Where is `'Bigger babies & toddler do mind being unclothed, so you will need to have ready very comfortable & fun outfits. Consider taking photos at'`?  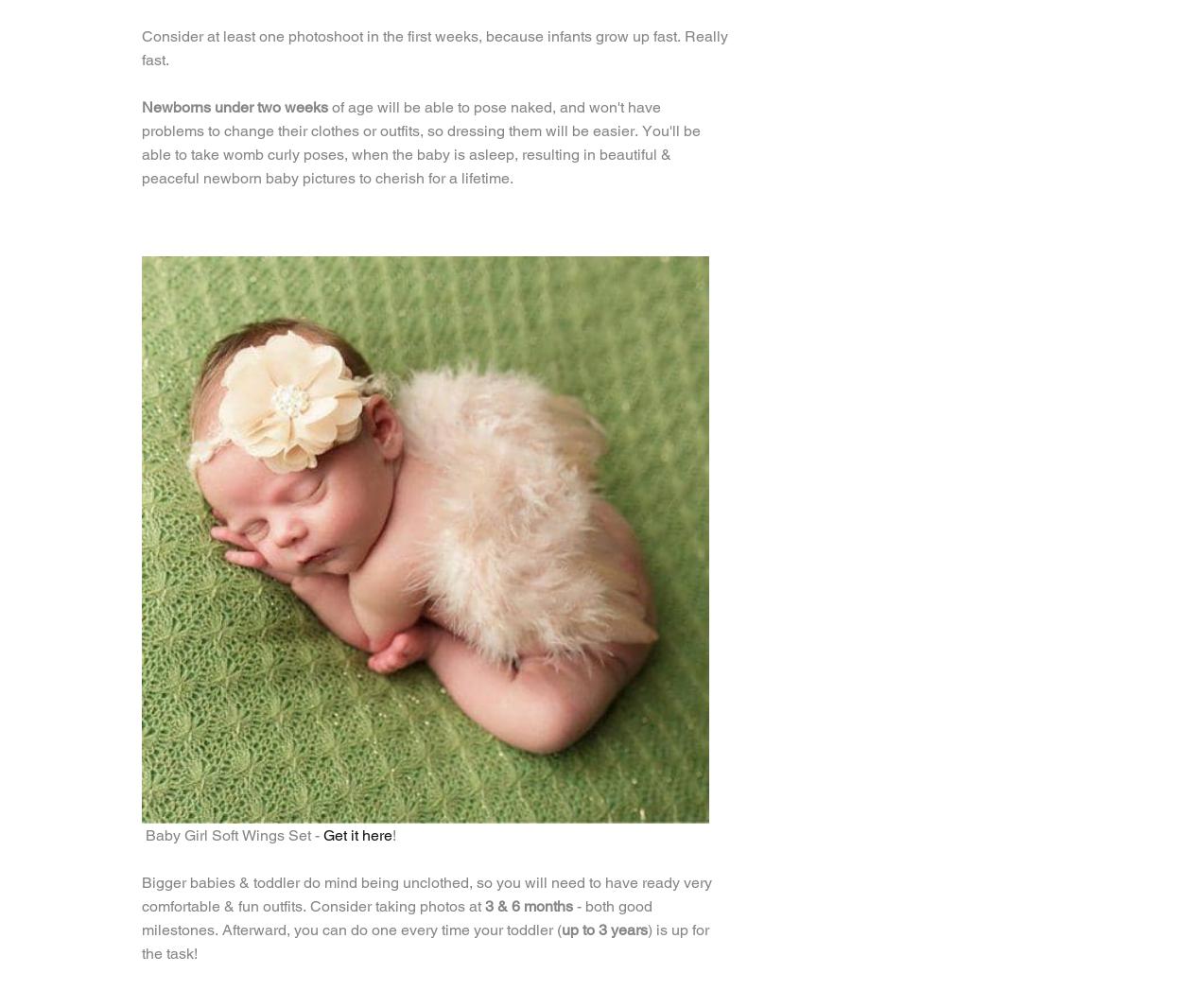 'Bigger babies & toddler do mind being unclothed, so you will need to have ready very comfortable & fun outfits. Consider taking photos at' is located at coordinates (142, 894).